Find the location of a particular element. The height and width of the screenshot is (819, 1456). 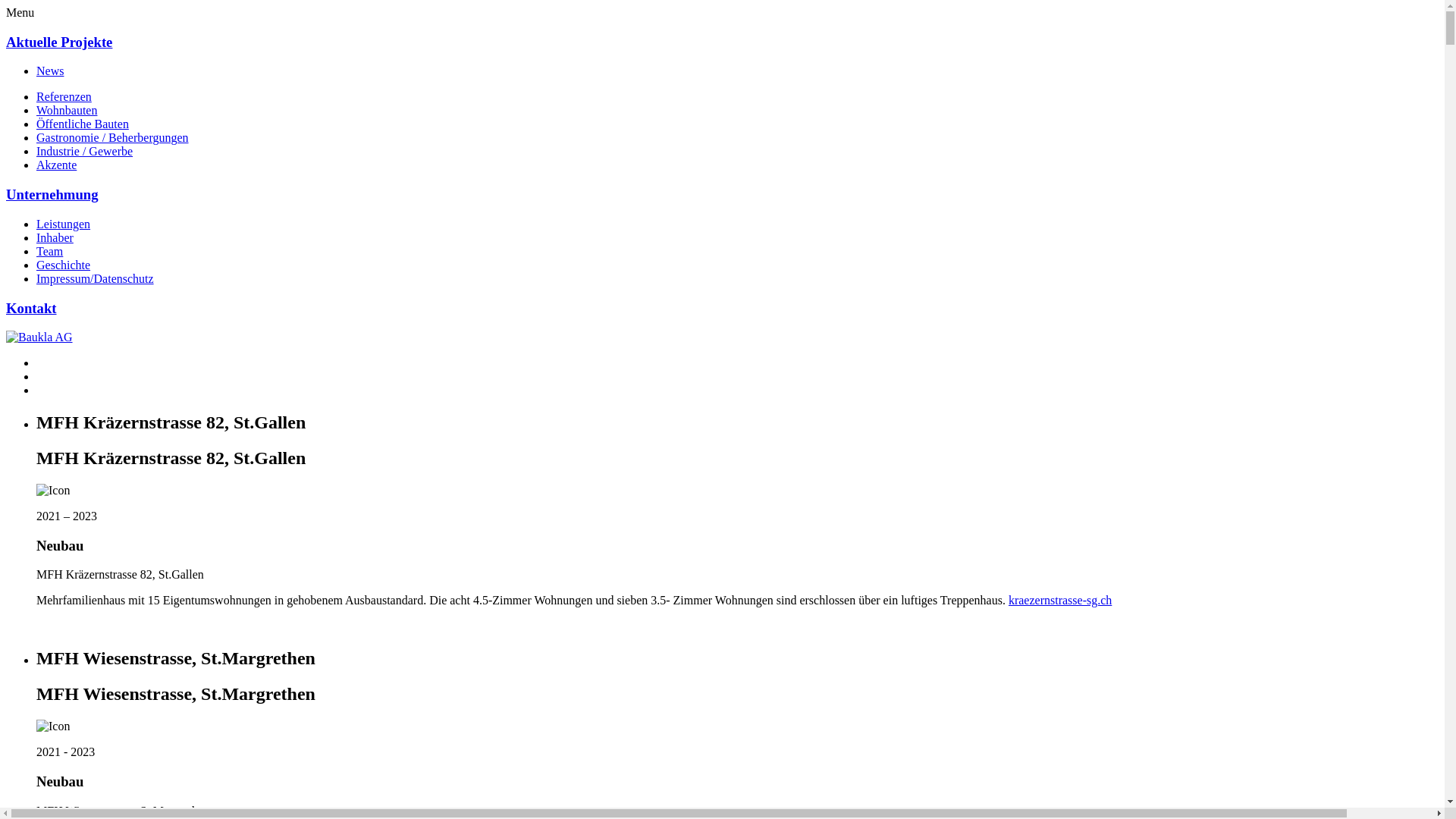

'kraezernstrasse-sg.ch' is located at coordinates (1008, 599).